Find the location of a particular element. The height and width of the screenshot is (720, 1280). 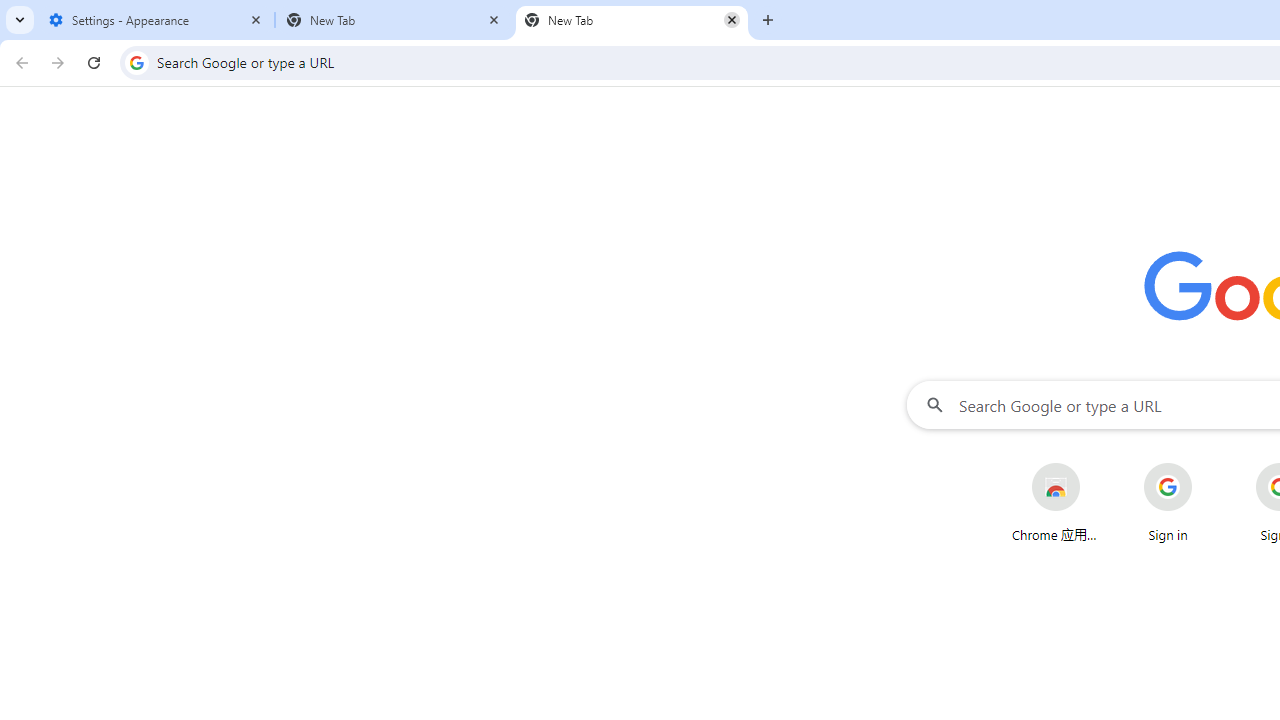

'New Tab' is located at coordinates (631, 20).